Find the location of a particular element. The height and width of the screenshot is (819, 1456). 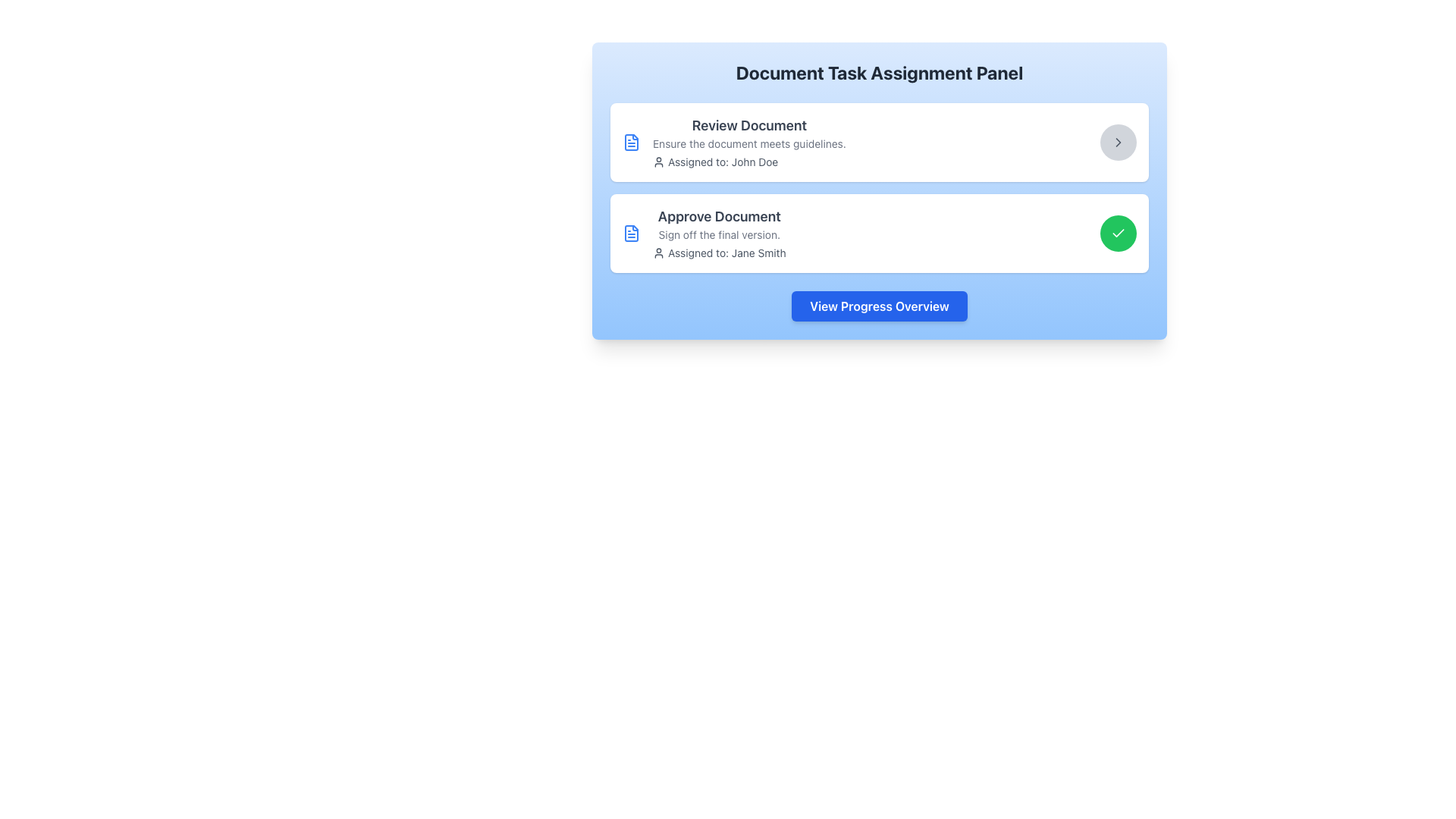

the button located to the far right within the 'Review Document' group in the upper section of the task assignment panel is located at coordinates (1118, 143).